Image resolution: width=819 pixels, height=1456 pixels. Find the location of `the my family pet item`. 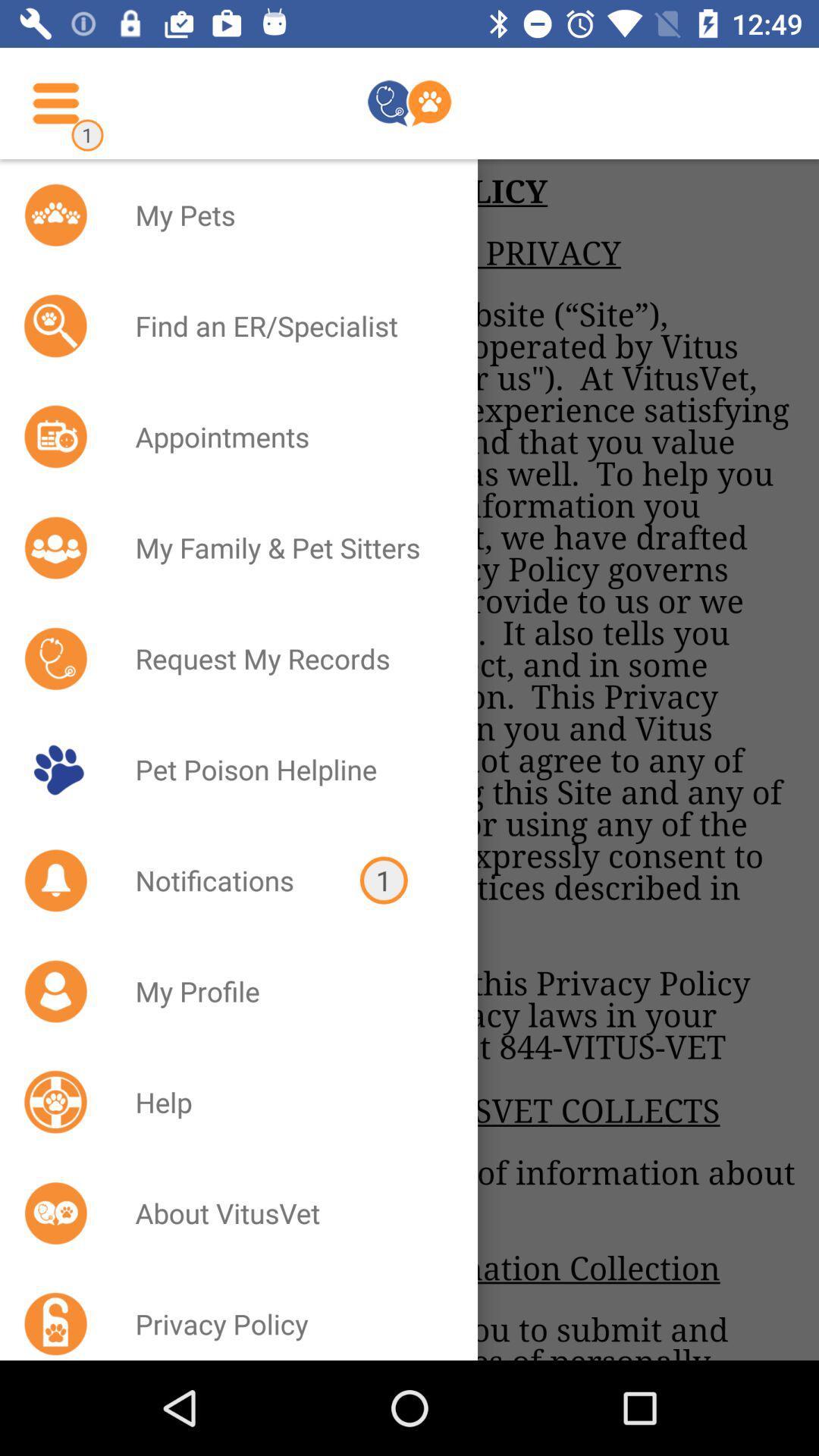

the my family pet item is located at coordinates (287, 547).